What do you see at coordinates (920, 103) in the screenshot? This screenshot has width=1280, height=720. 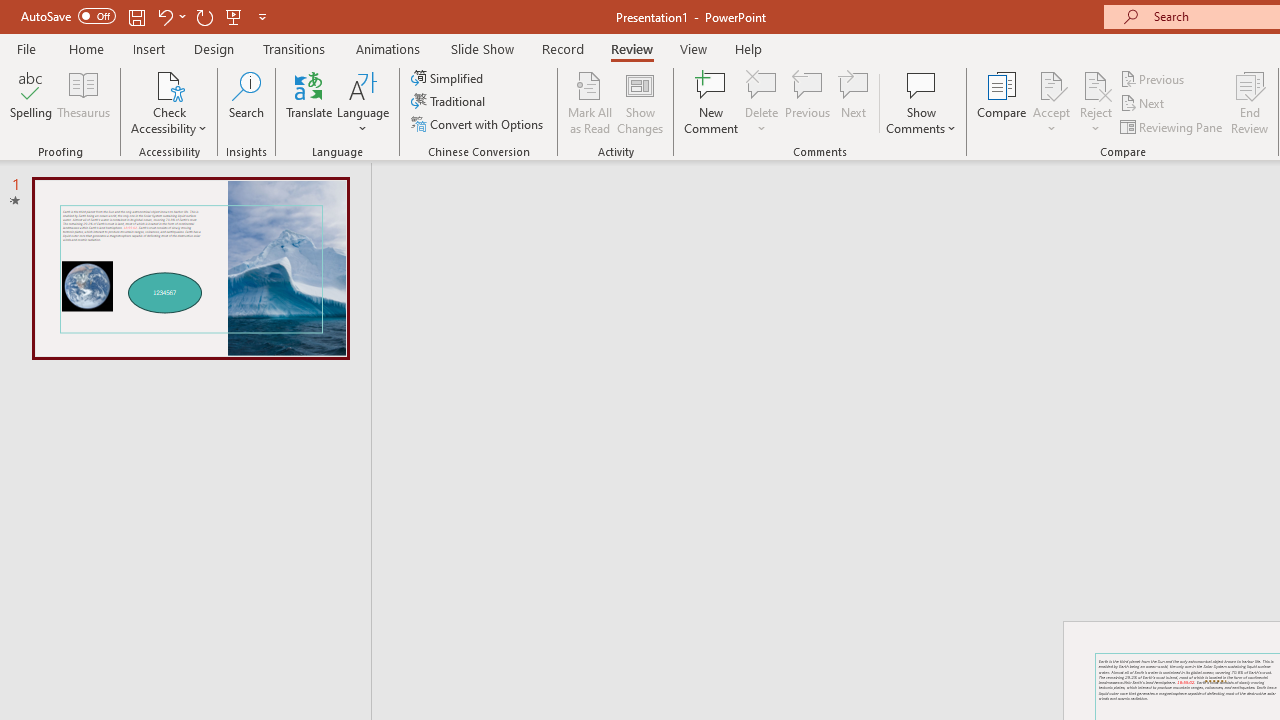 I see `'Show Comments'` at bounding box center [920, 103].